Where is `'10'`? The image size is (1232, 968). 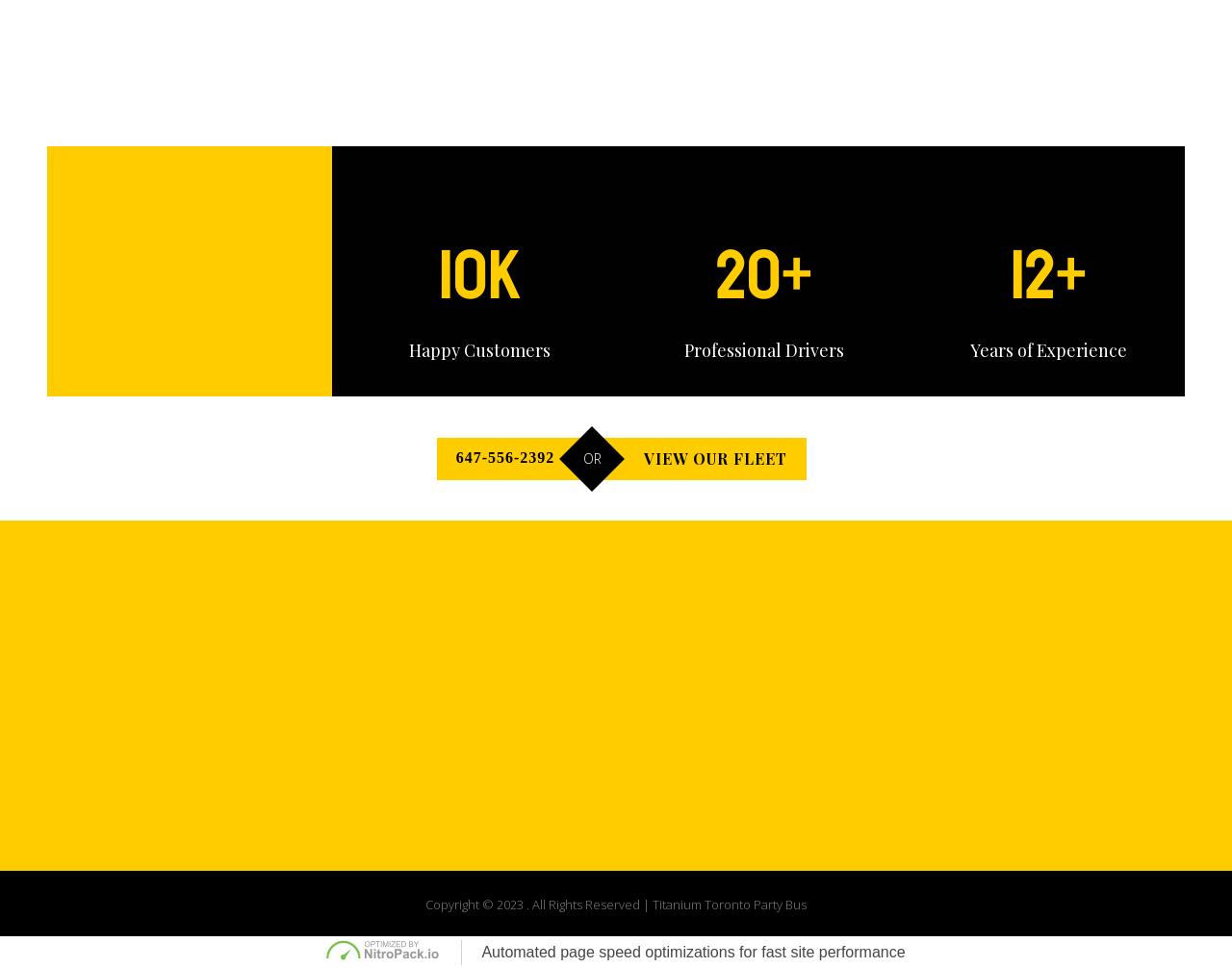 '10' is located at coordinates (462, 274).